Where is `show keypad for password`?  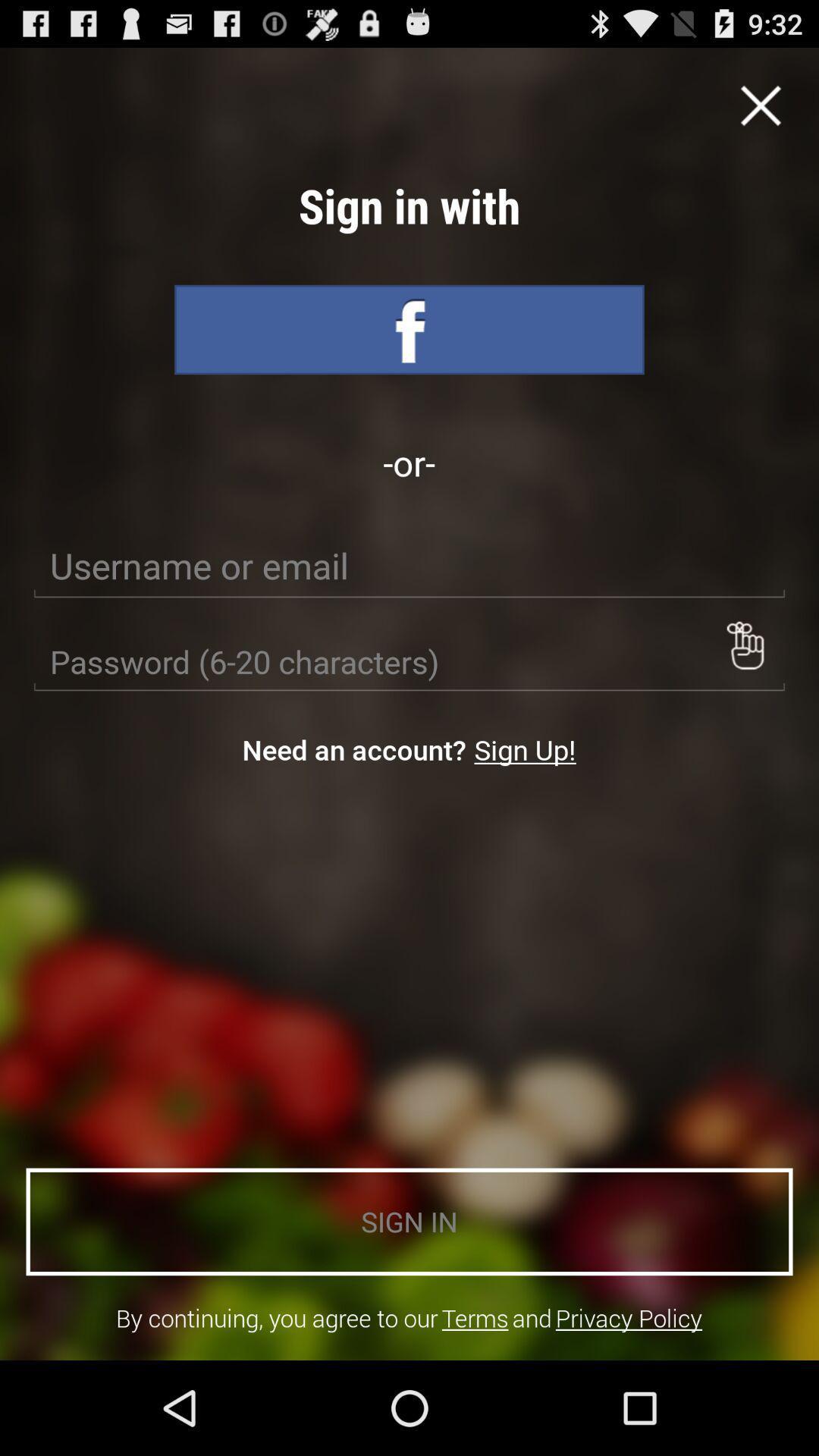
show keypad for password is located at coordinates (744, 645).